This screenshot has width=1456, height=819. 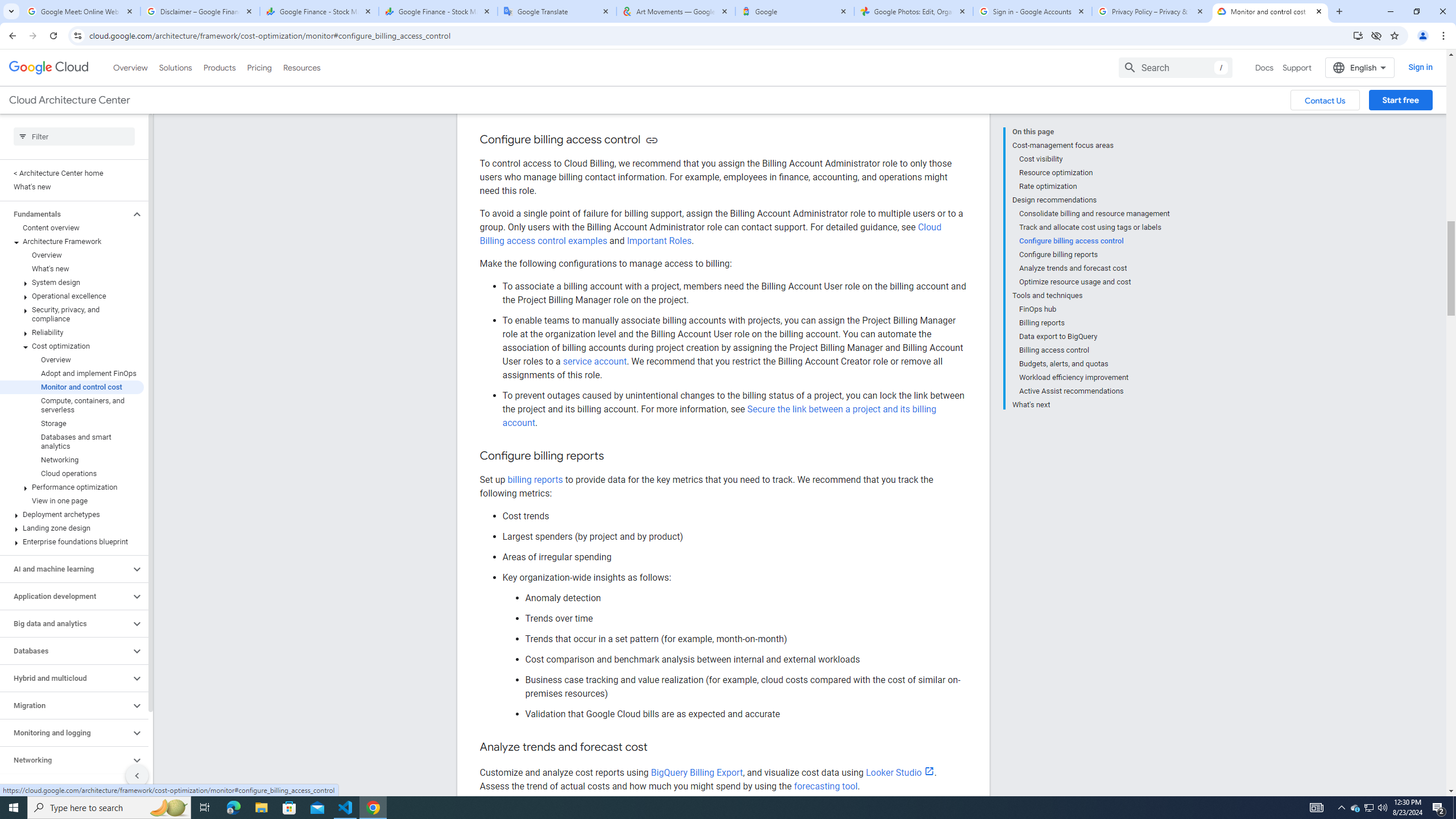 I want to click on 'Compute, containers, and serverless', so click(x=72, y=405).